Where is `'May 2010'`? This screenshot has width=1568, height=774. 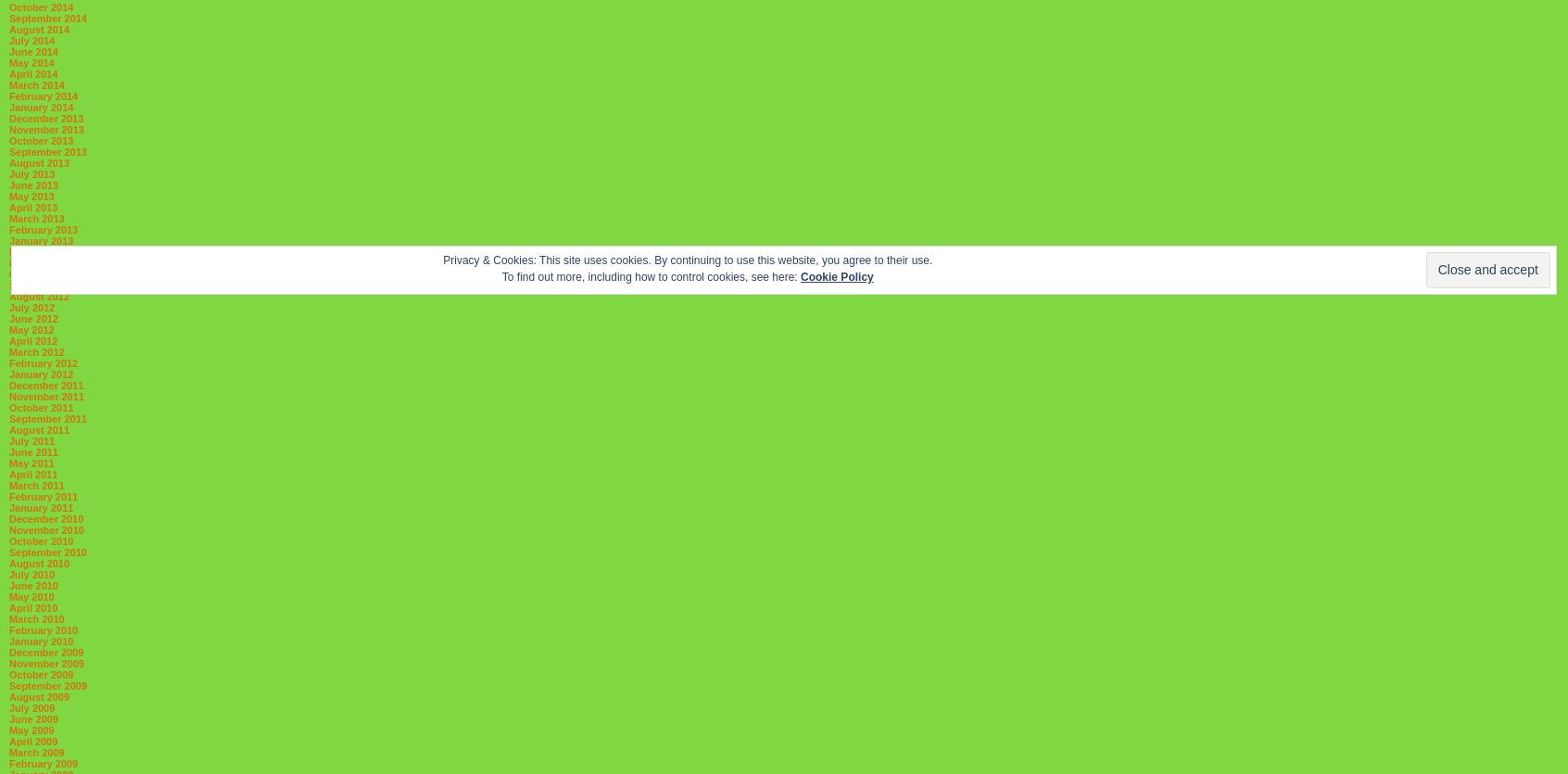
'May 2010' is located at coordinates (31, 596).